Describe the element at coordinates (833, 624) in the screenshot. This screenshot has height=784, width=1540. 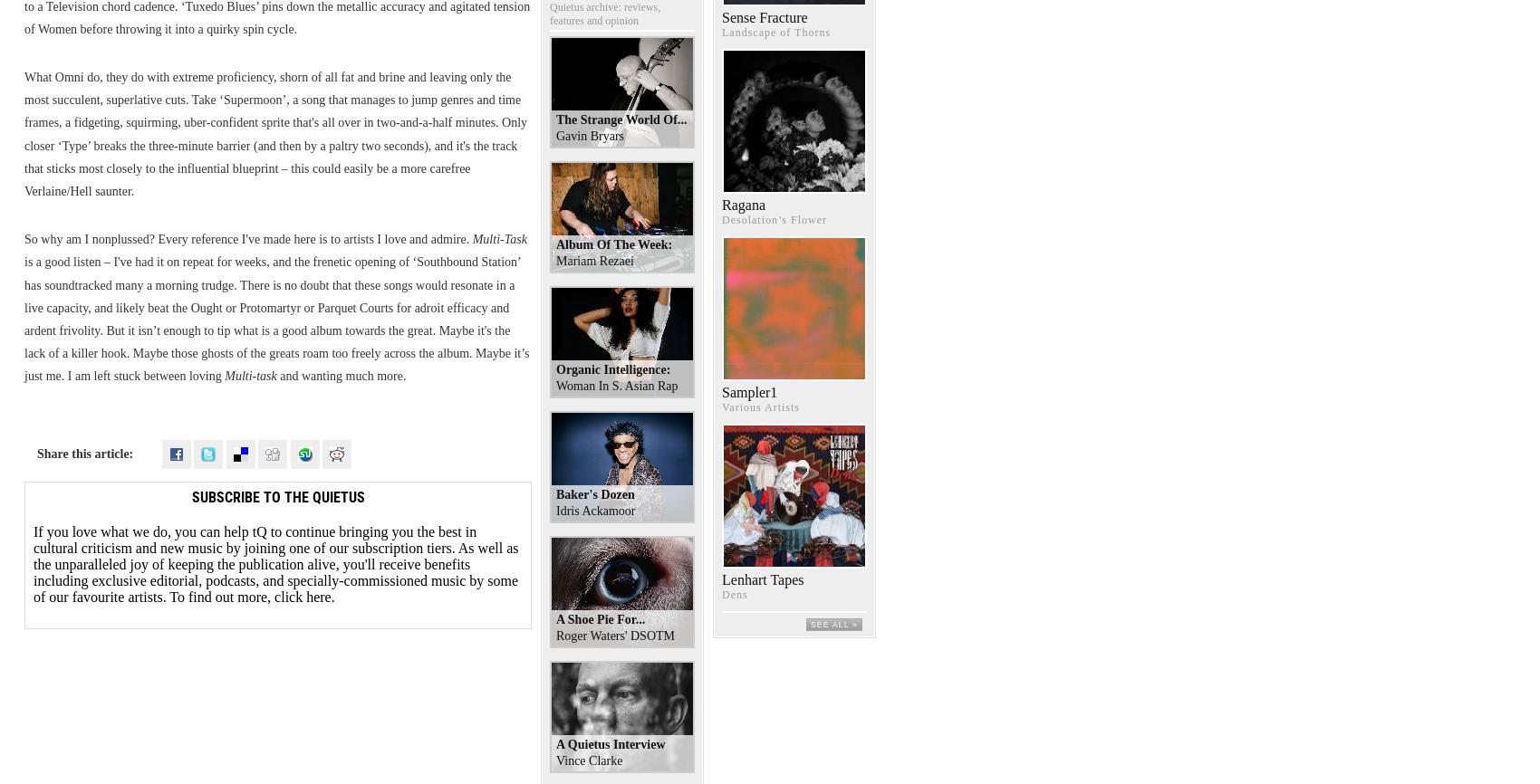
I see `'See all »'` at that location.